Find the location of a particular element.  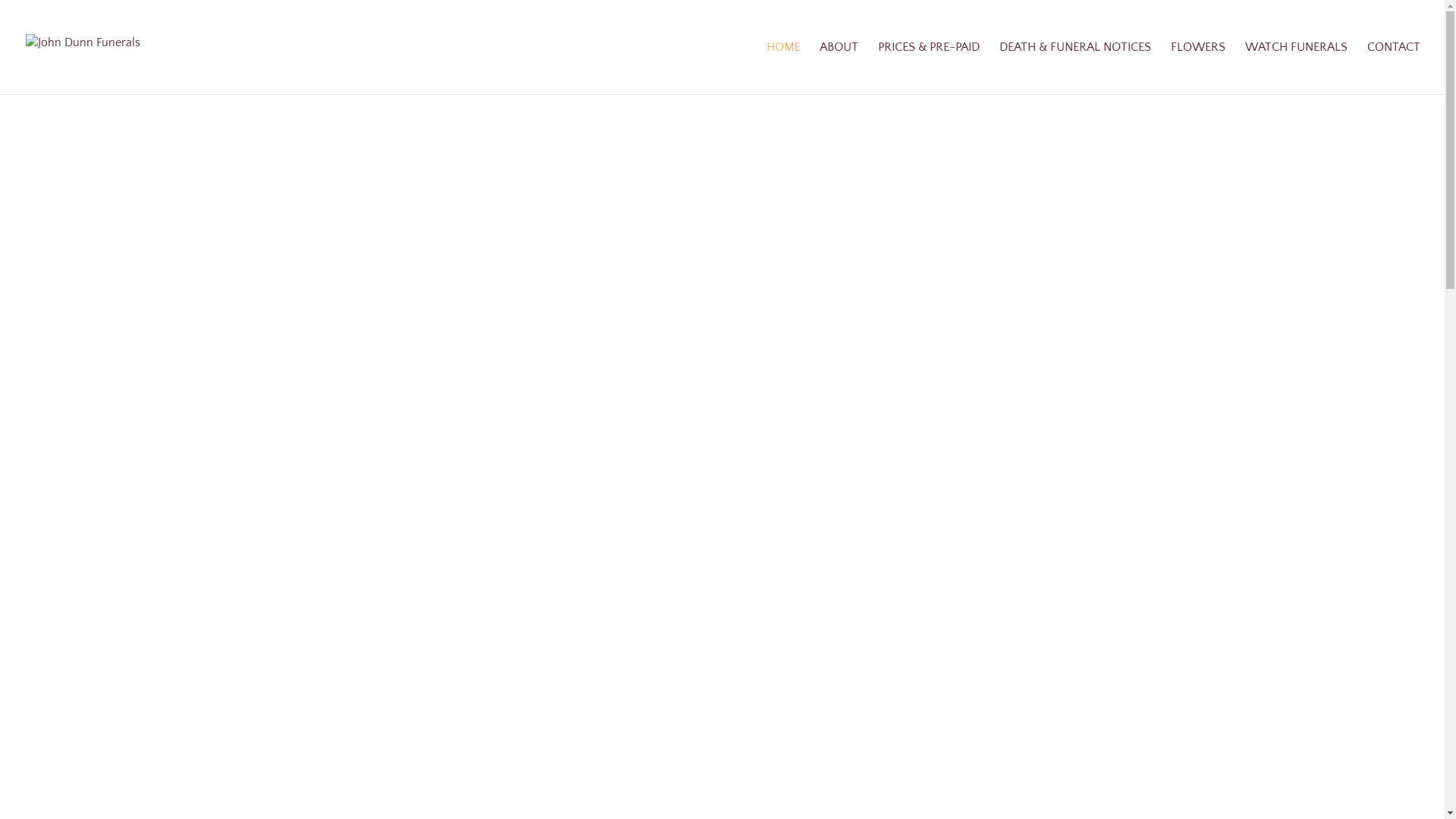

'CONTACT' is located at coordinates (1394, 67).